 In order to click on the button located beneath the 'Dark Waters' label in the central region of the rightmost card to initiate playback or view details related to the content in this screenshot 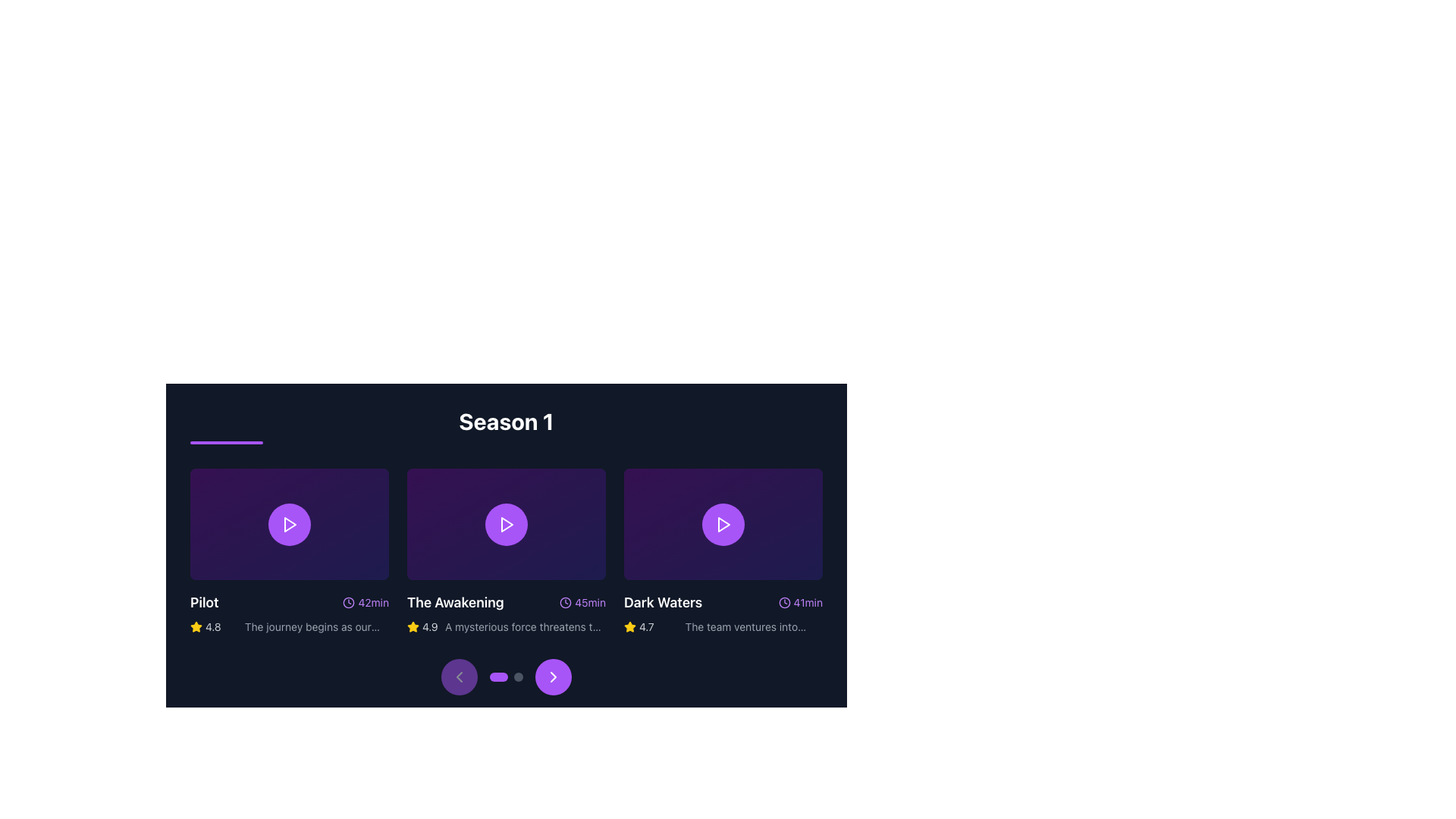, I will do `click(723, 522)`.